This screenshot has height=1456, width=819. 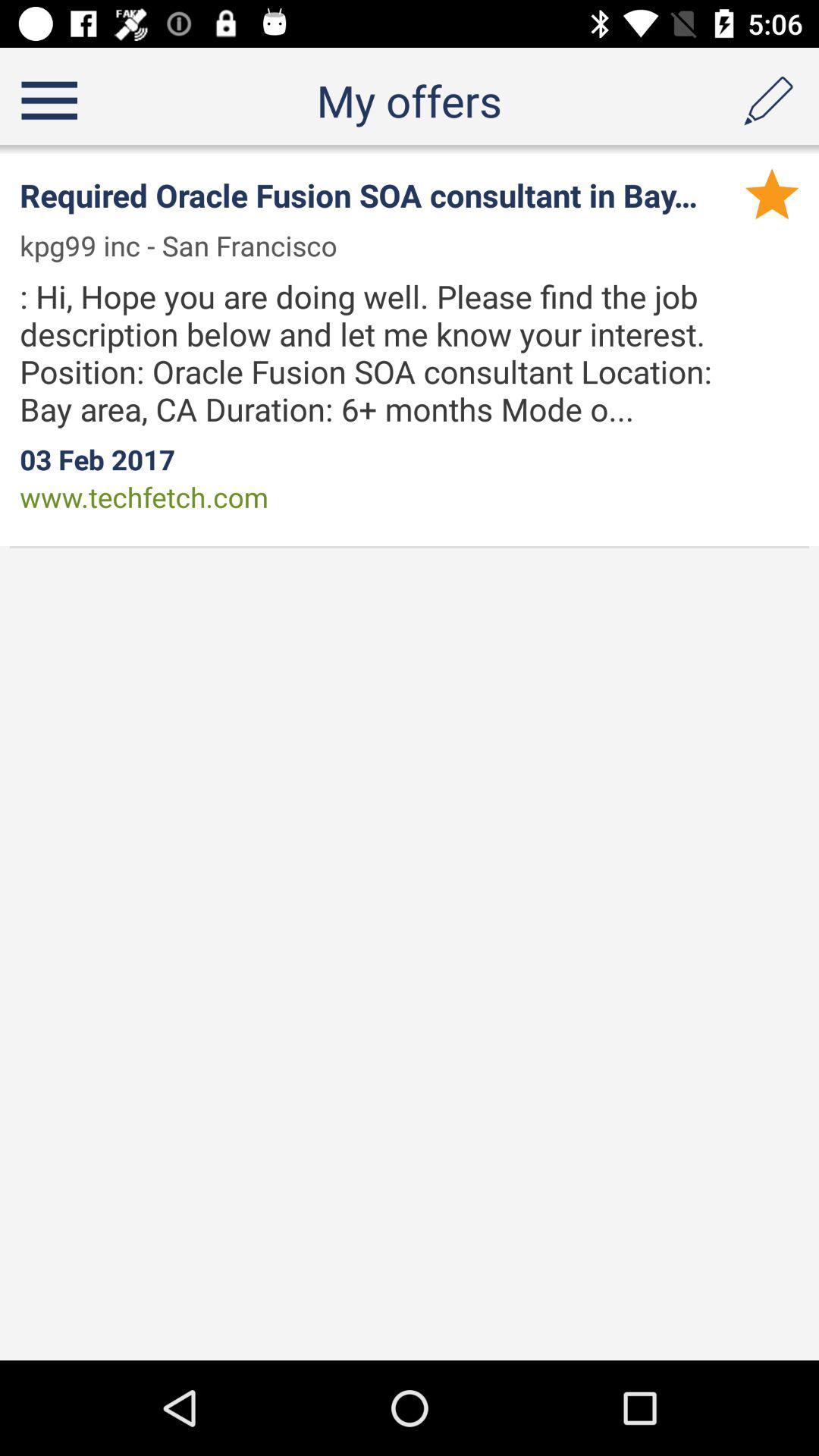 What do you see at coordinates (187, 246) in the screenshot?
I see `app below required oracle fusion item` at bounding box center [187, 246].